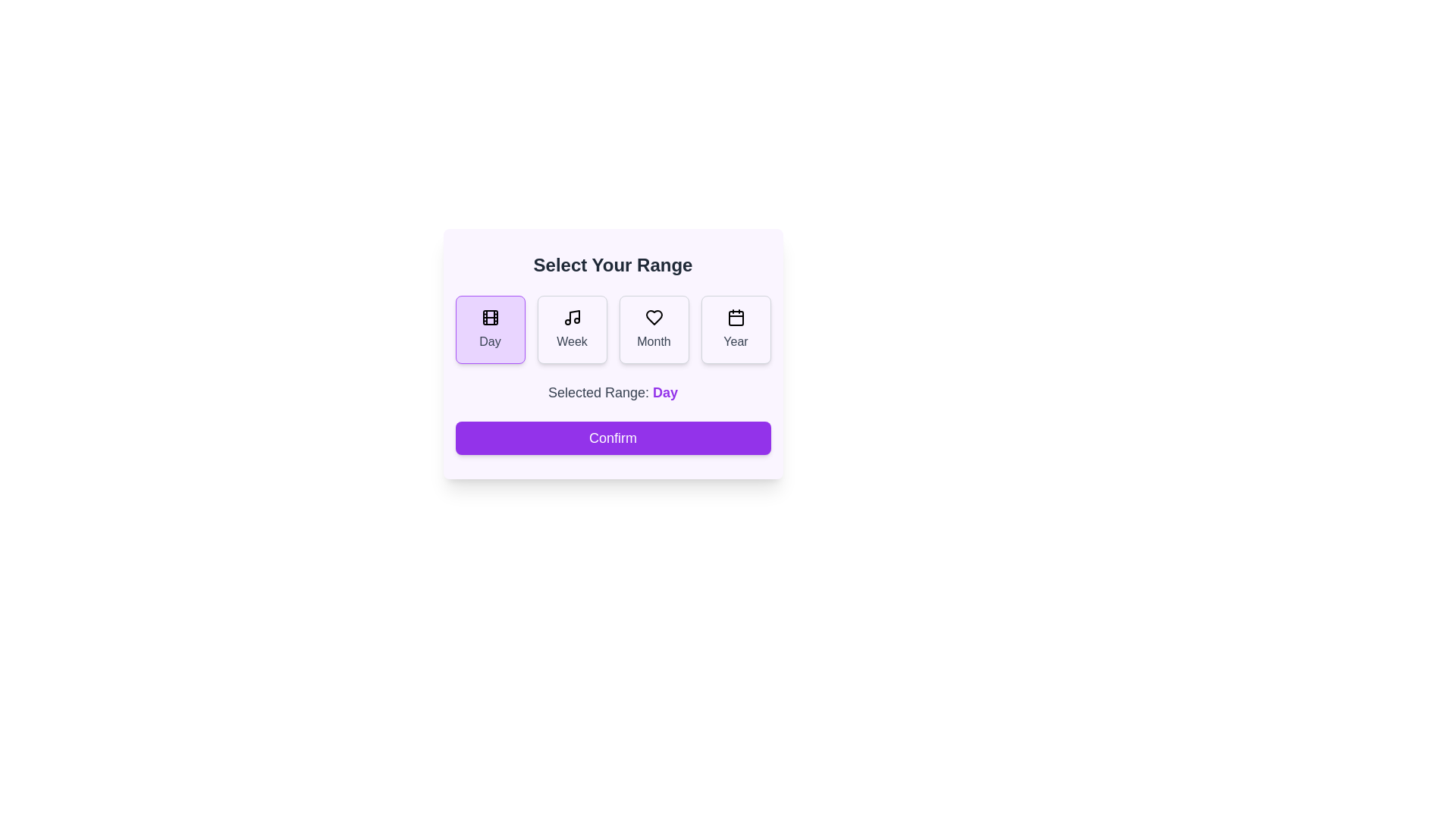 The image size is (1456, 819). What do you see at coordinates (736, 317) in the screenshot?
I see `the calendar icon located within the 'Year' card in the segmented control selection interface` at bounding box center [736, 317].